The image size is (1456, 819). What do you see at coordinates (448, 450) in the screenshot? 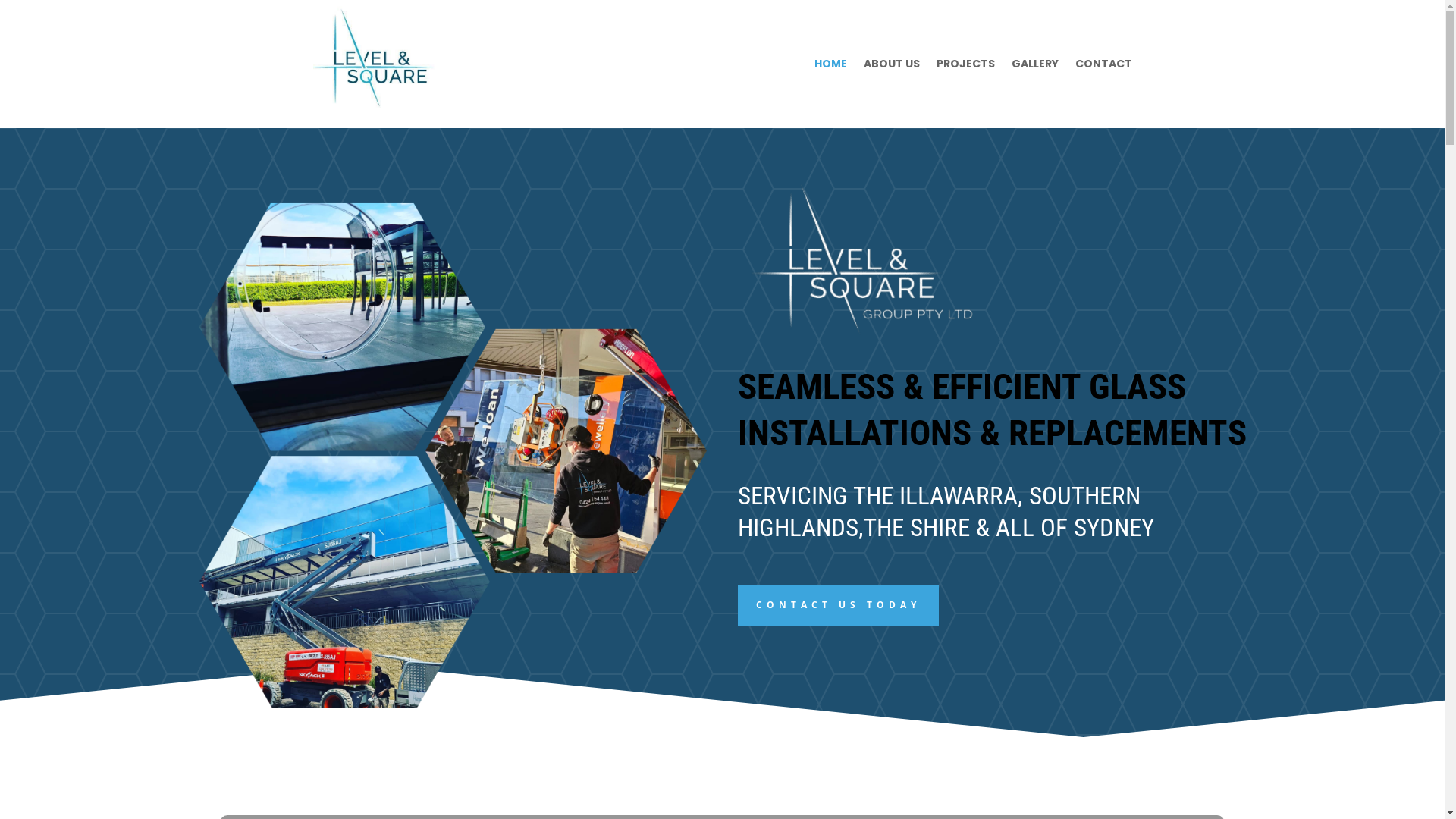
I see `'Untitled design - 2023-10-09T171159.442'` at bounding box center [448, 450].